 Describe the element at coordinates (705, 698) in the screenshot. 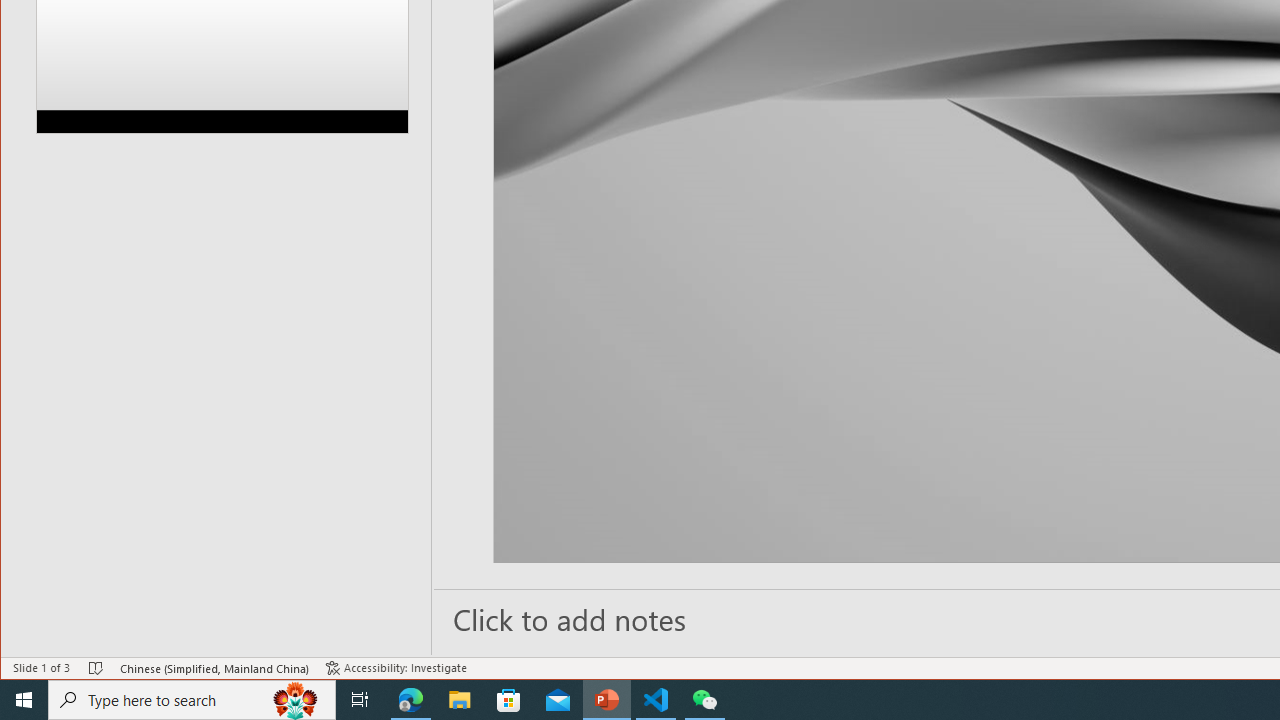

I see `'WeChat - 1 running window'` at that location.